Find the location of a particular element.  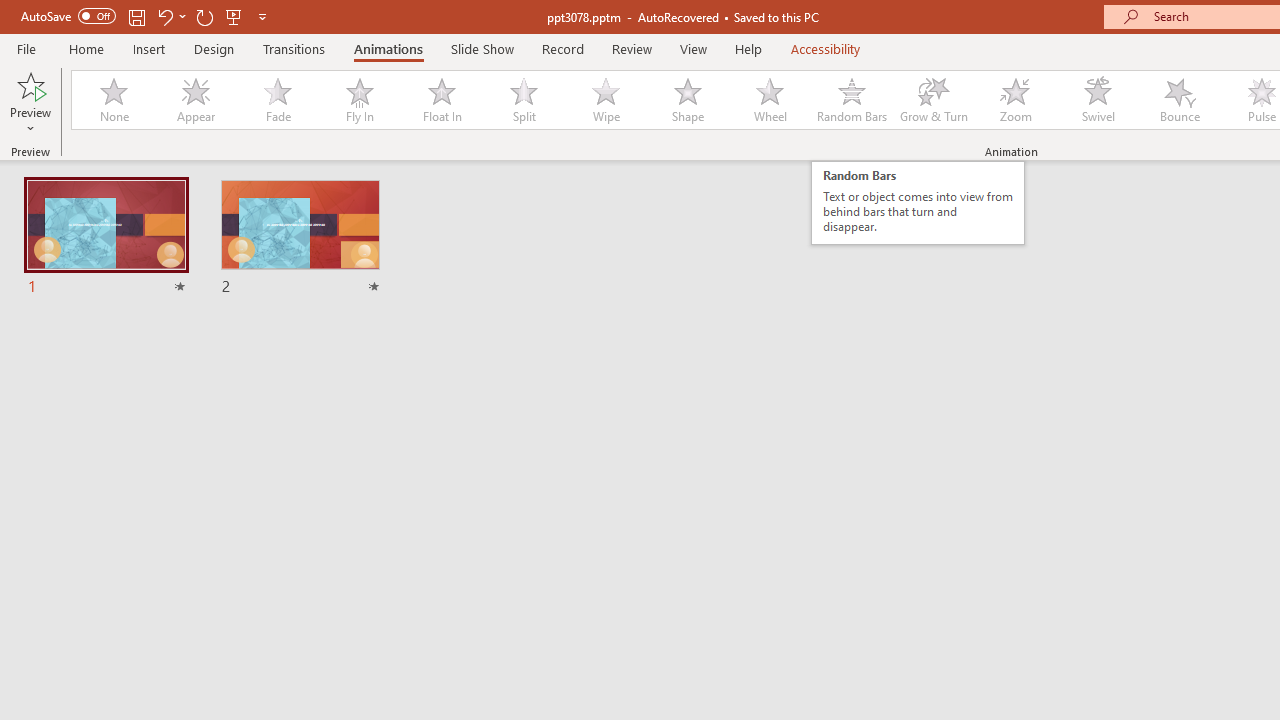

'Split' is located at coordinates (523, 100).